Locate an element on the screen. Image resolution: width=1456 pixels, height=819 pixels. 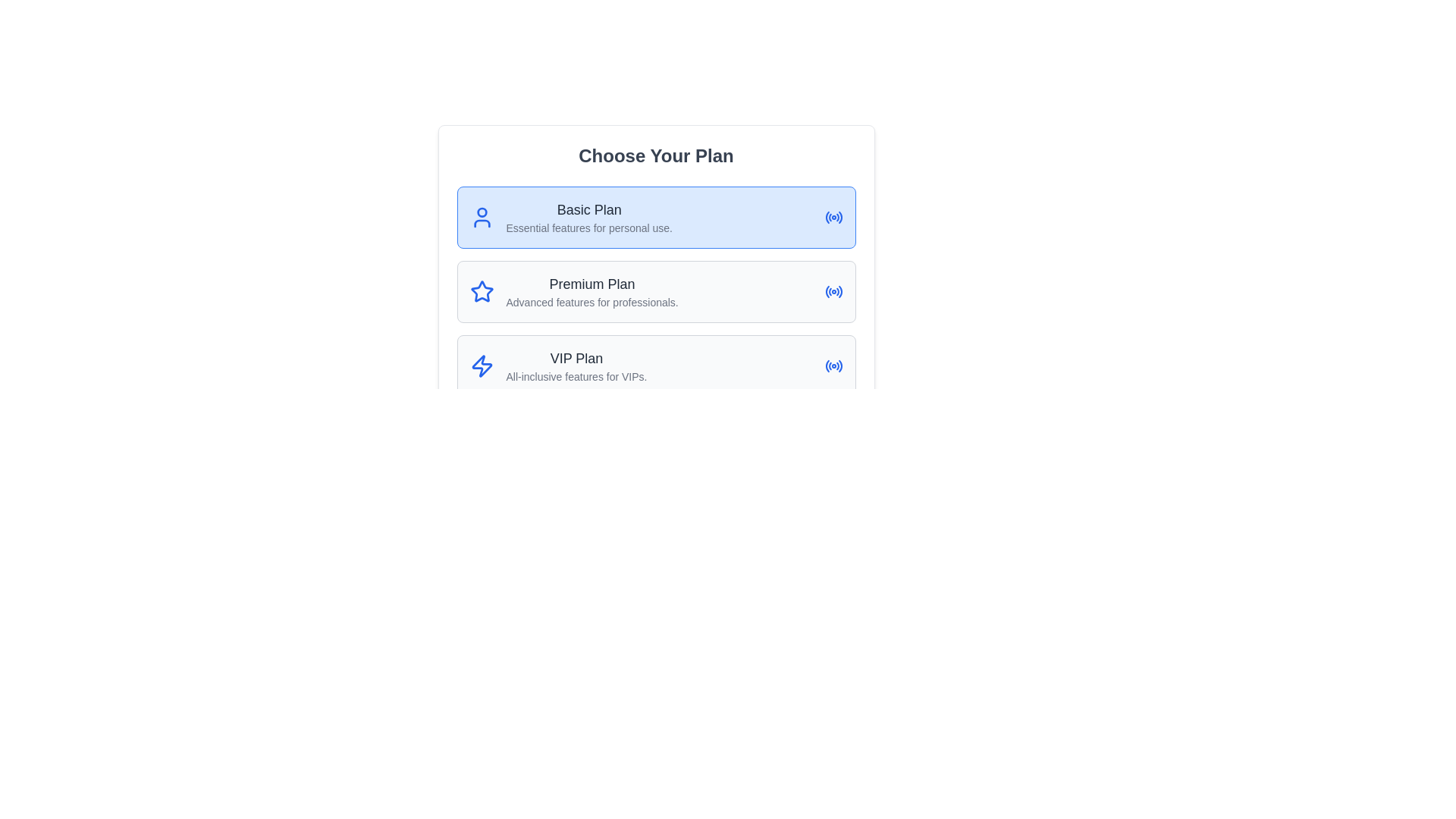
the 'Premium Plan' selectable option card to trigger styling changes, which is the second card in the vertically stacked list of subscription options is located at coordinates (656, 292).